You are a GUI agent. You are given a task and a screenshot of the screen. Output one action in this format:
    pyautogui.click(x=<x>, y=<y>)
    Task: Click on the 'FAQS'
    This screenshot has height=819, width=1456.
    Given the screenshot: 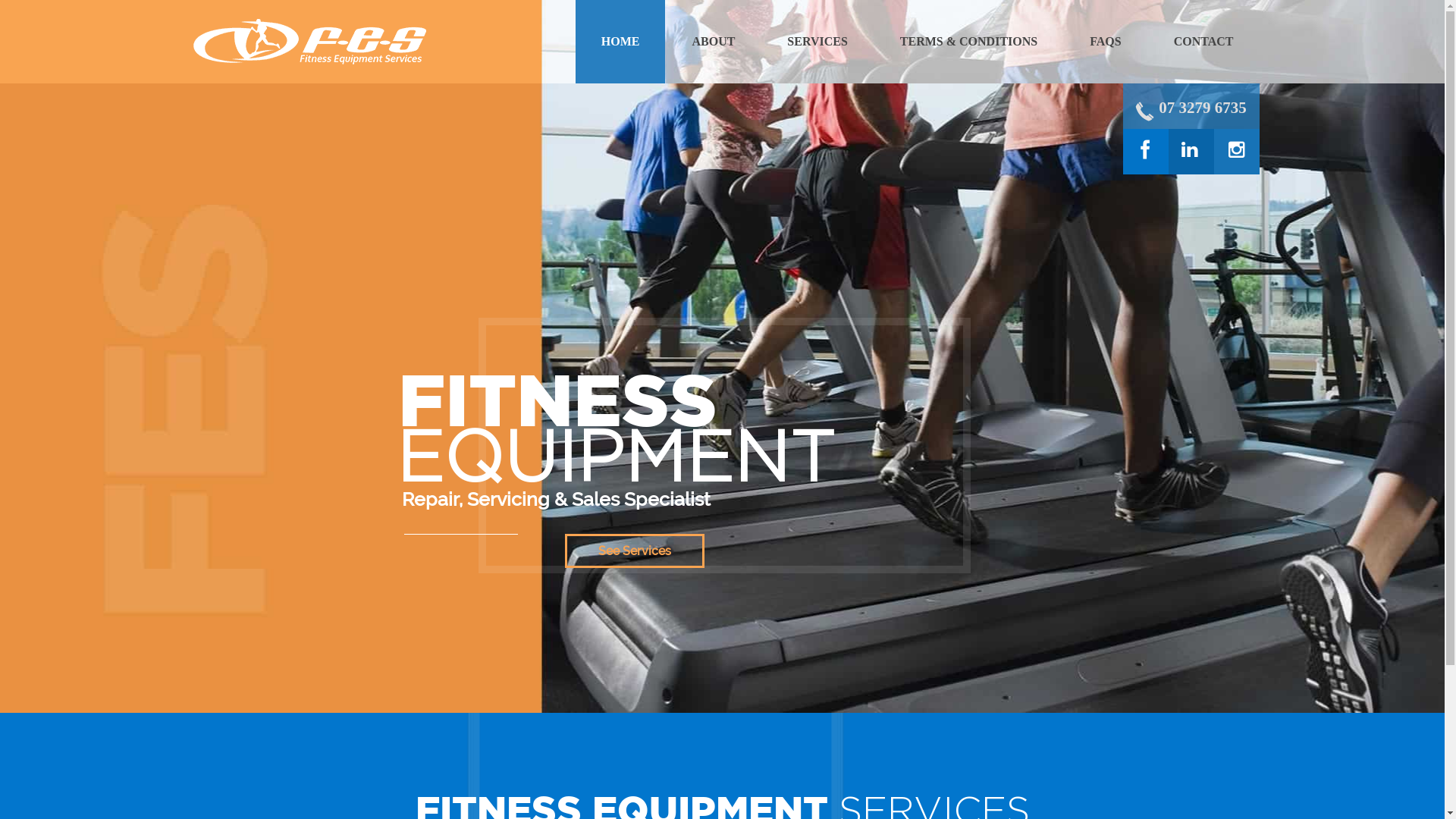 What is the action you would take?
    pyautogui.click(x=1105, y=40)
    